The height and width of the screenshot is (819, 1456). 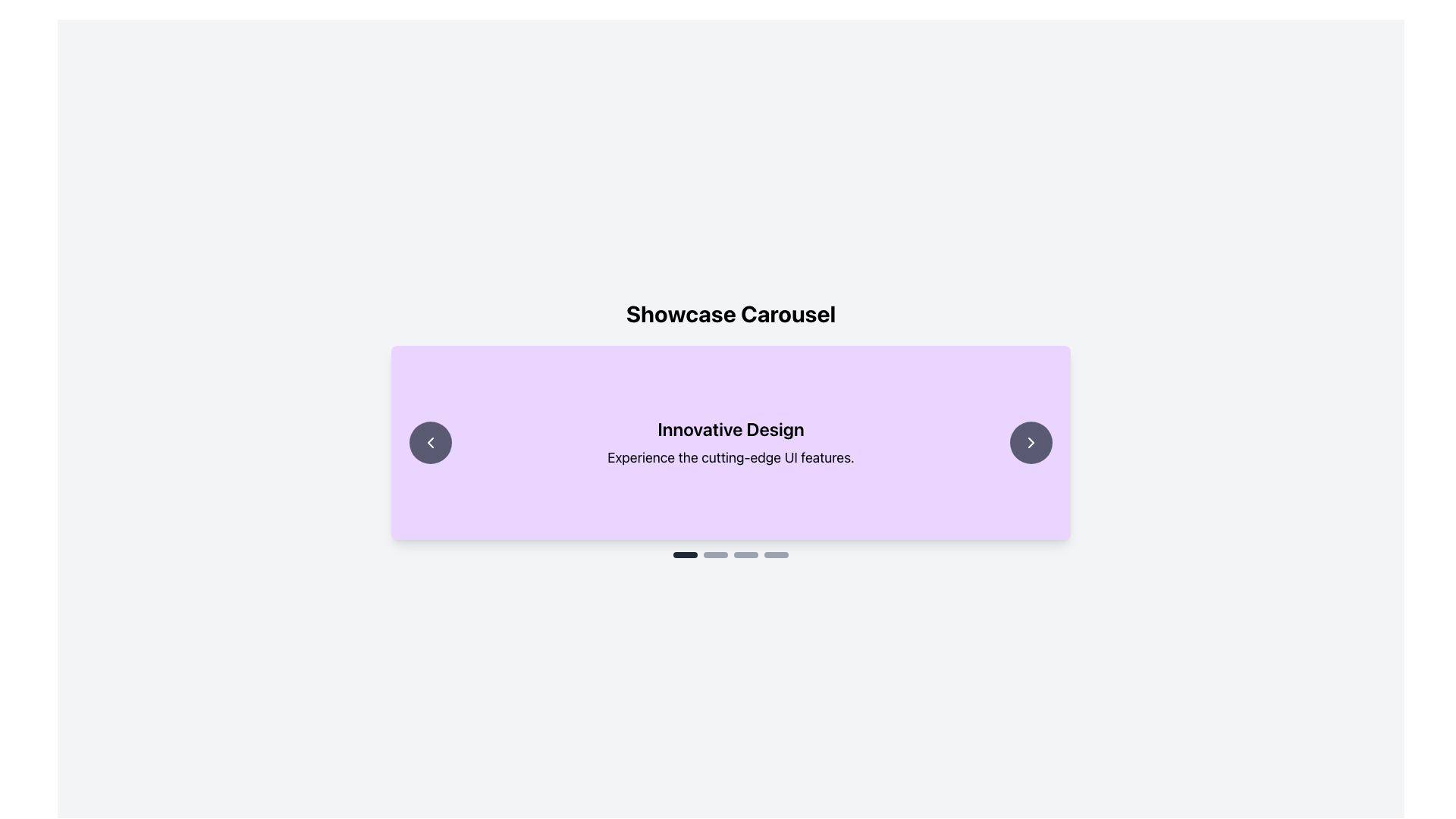 What do you see at coordinates (731, 442) in the screenshot?
I see `text from the descriptive header and subtext located within the upper central section of the purple card, positioned beneath the 'Showcase Carousel' label` at bounding box center [731, 442].